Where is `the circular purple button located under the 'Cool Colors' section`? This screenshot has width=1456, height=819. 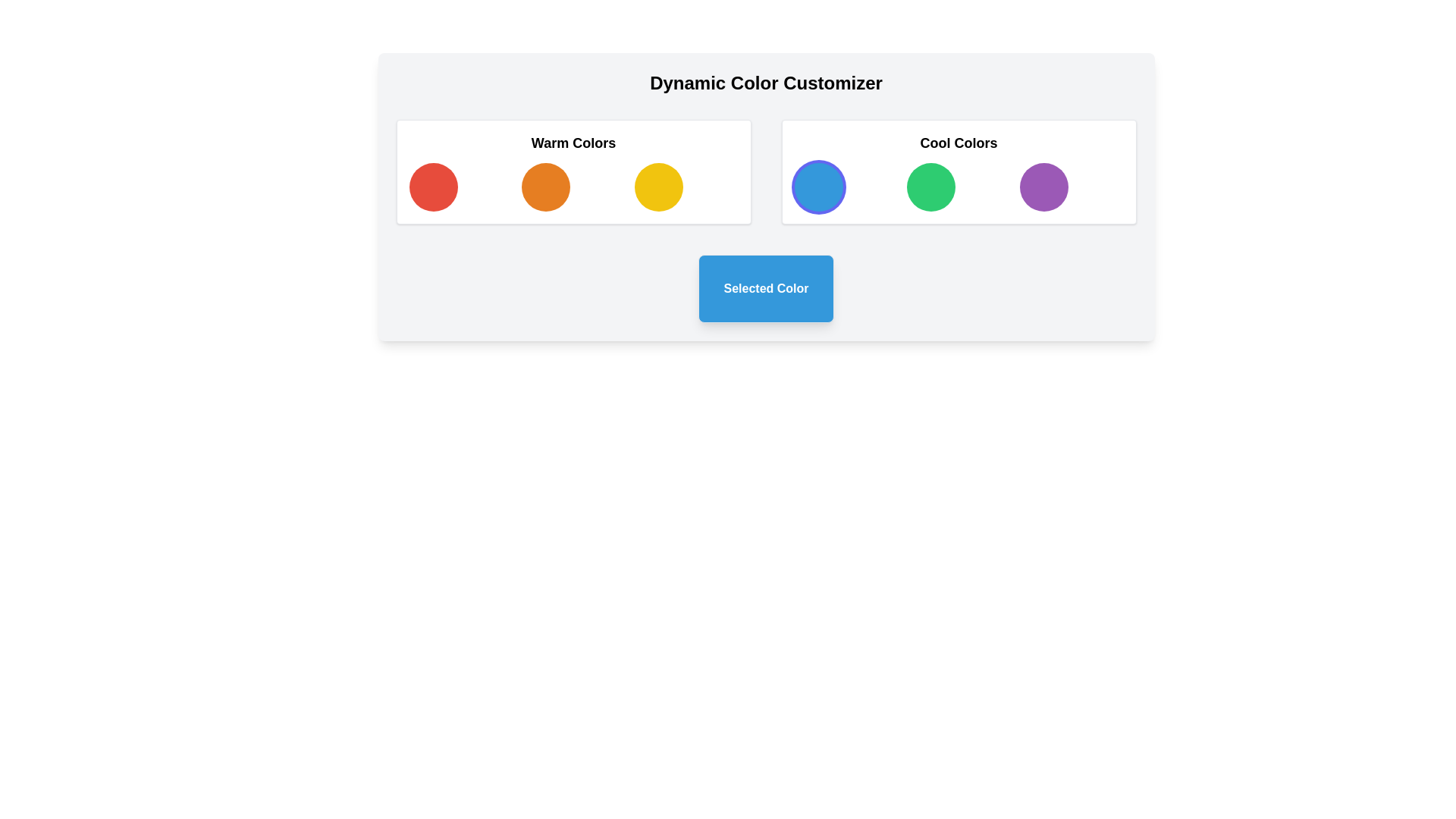
the circular purple button located under the 'Cool Colors' section is located at coordinates (1043, 186).